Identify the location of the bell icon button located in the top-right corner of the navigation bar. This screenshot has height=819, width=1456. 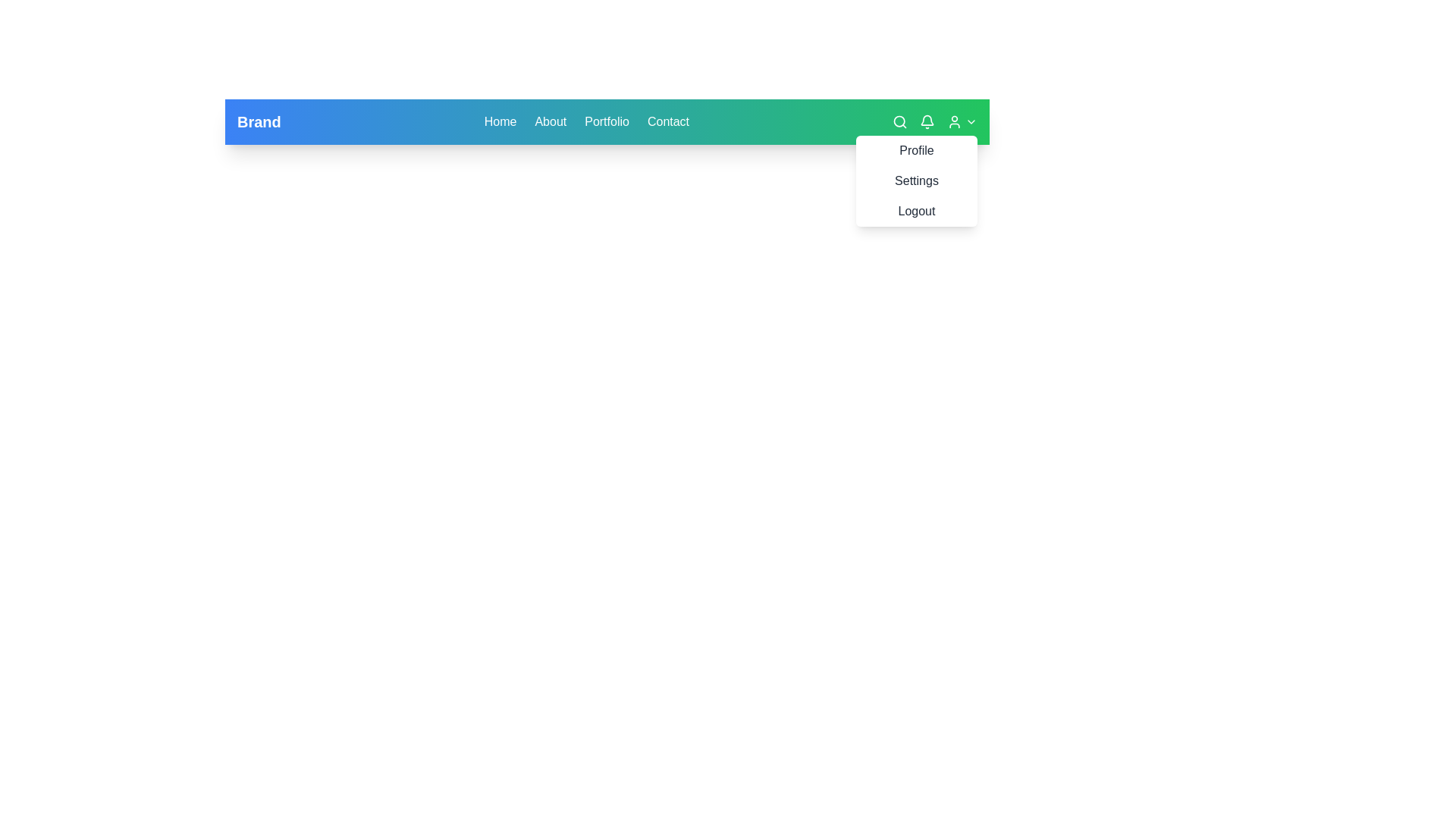
(927, 121).